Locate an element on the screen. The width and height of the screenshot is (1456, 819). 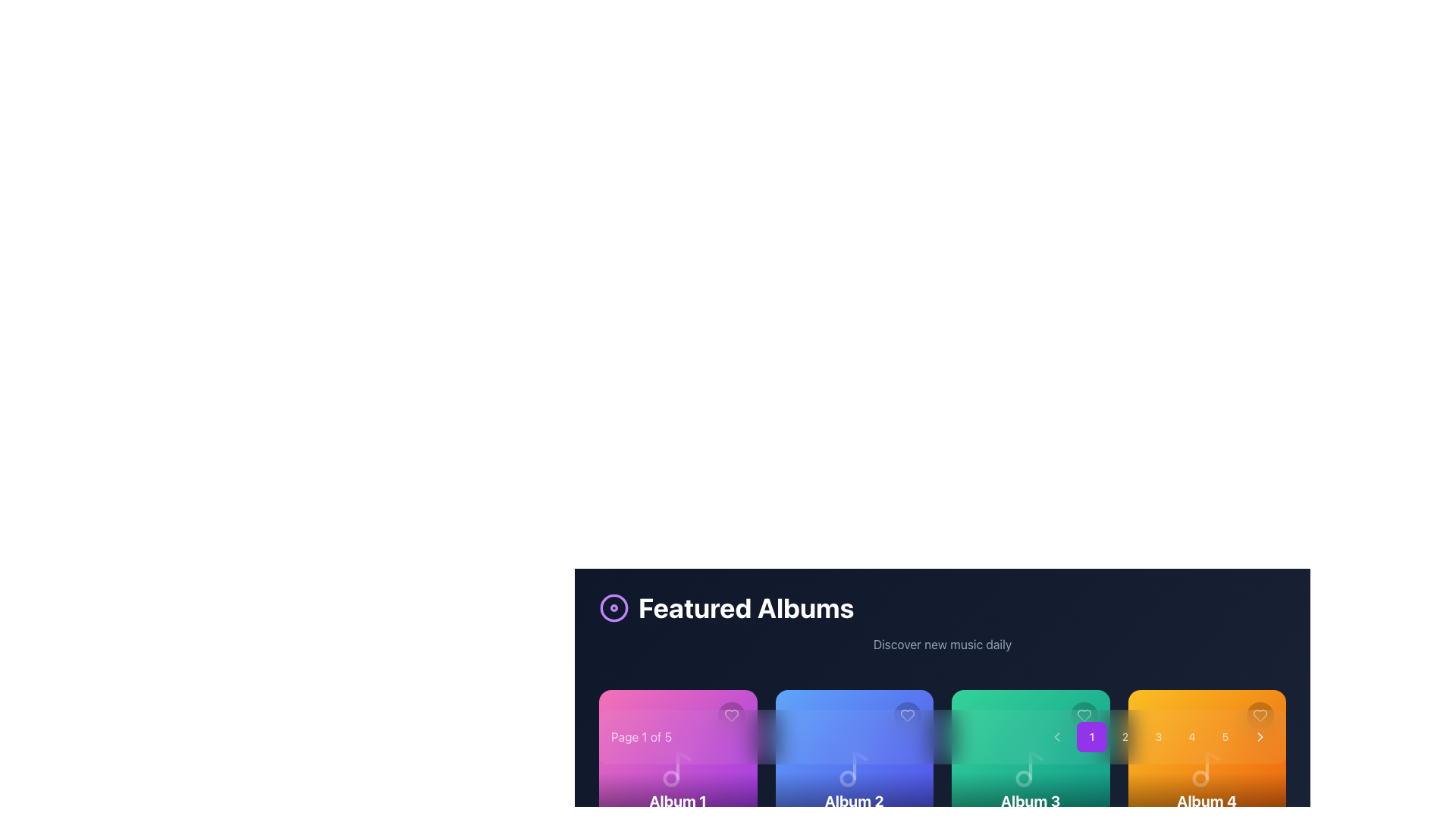
SVG icon representing a musical note within the orange card labeled 'Album 4' located in the top-right corner of the card is located at coordinates (1212, 765).